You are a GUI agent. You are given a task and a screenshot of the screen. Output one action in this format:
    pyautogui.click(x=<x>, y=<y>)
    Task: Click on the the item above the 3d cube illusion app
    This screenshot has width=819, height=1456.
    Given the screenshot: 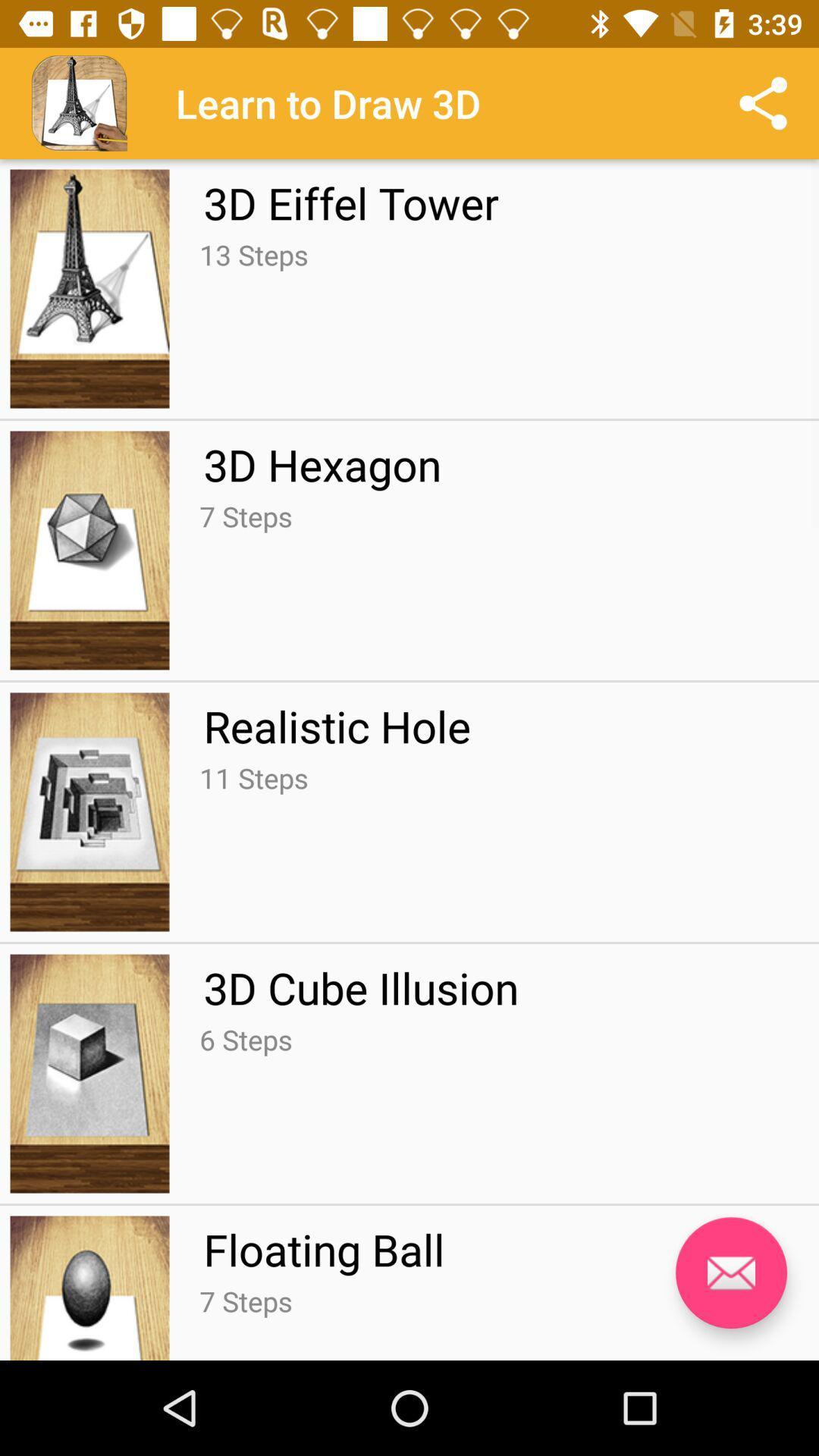 What is the action you would take?
    pyautogui.click(x=253, y=778)
    